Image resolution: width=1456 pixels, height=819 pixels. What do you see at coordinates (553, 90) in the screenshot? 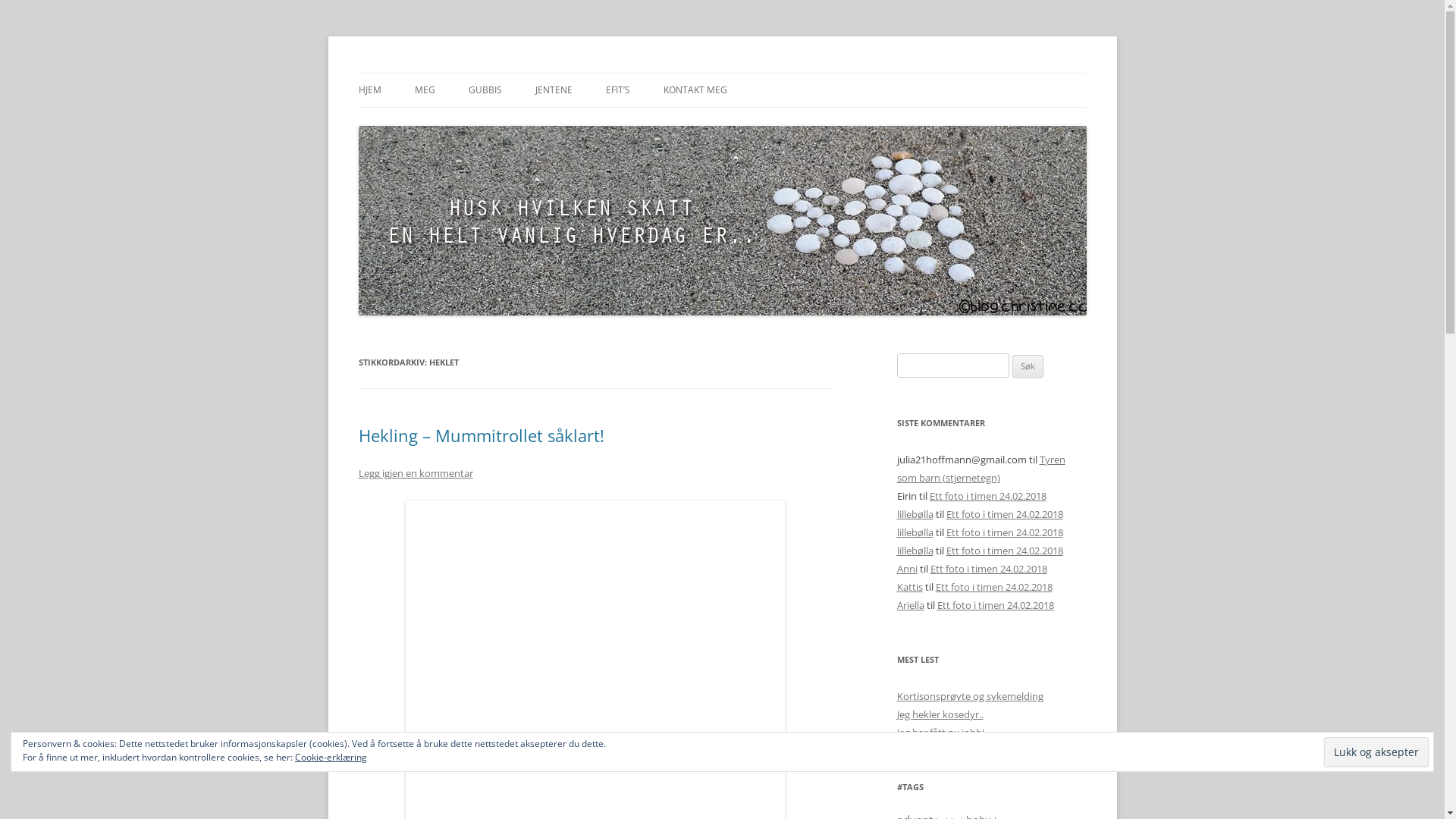
I see `'JENTENE'` at bounding box center [553, 90].